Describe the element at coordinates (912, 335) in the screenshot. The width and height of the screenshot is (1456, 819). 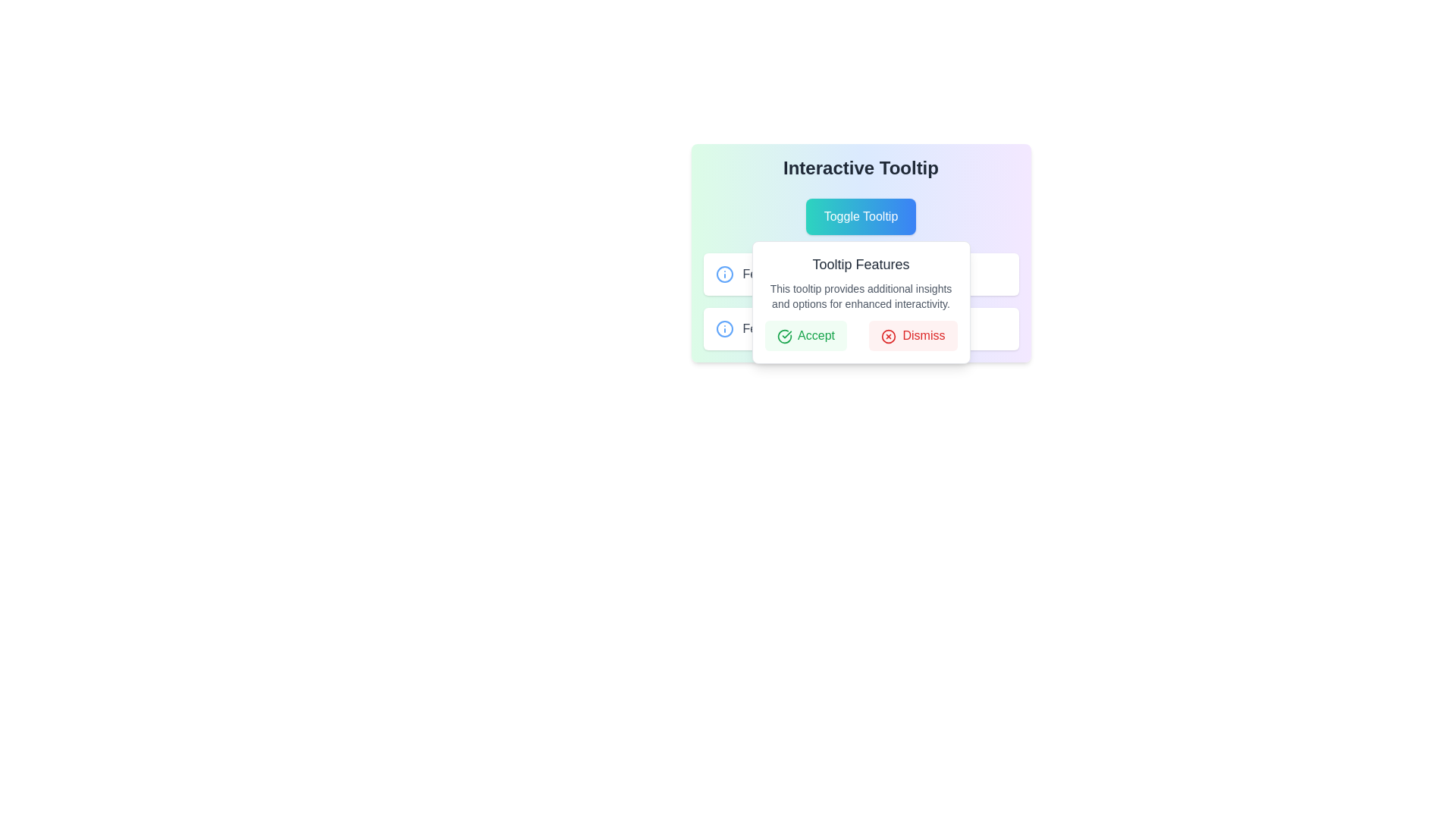
I see `the red-themed 'Dismiss' button with rounded edges, which features a red 'X' icon to activate hover effects` at that location.